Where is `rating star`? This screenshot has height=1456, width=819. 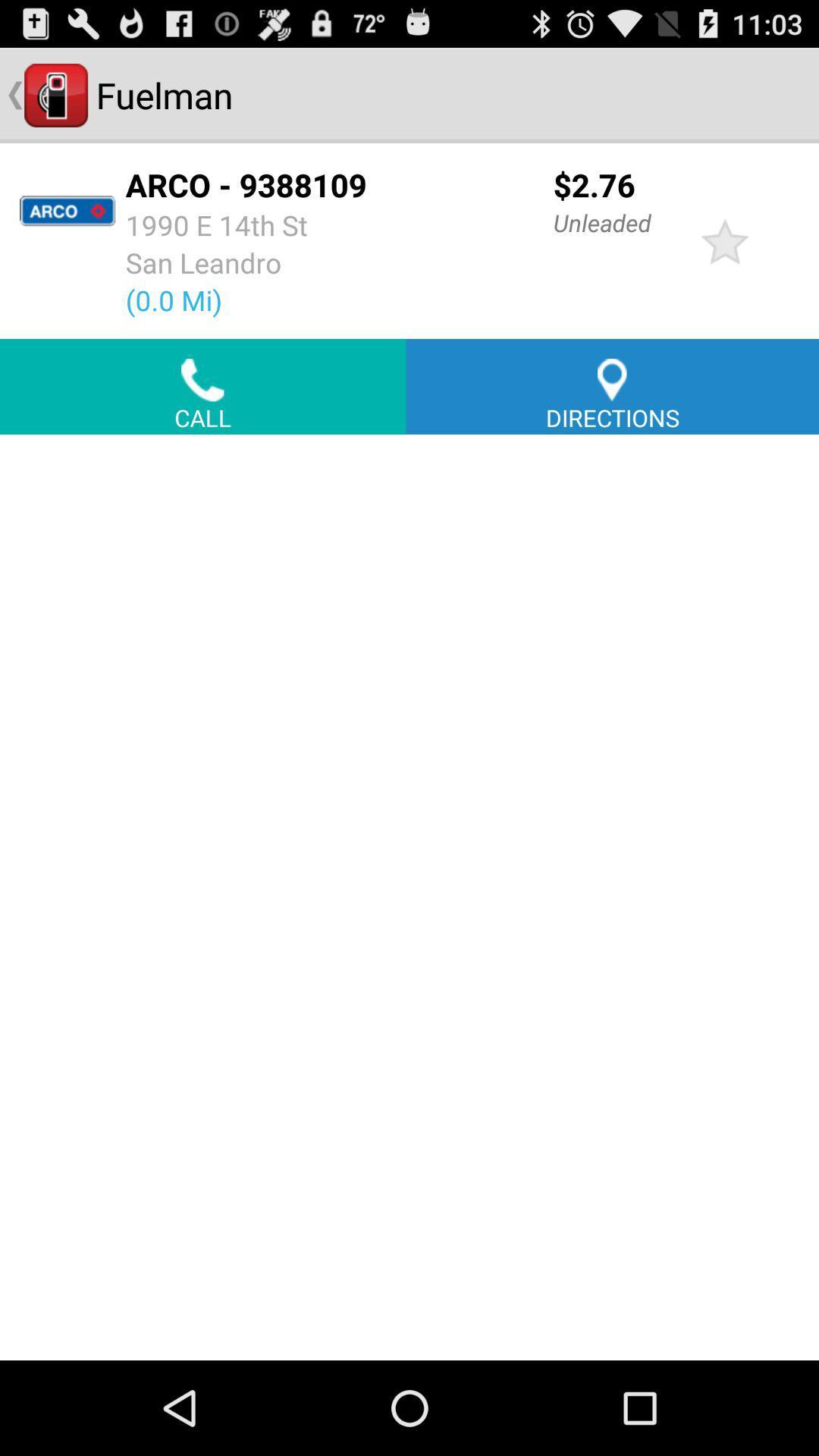
rating star is located at coordinates (724, 240).